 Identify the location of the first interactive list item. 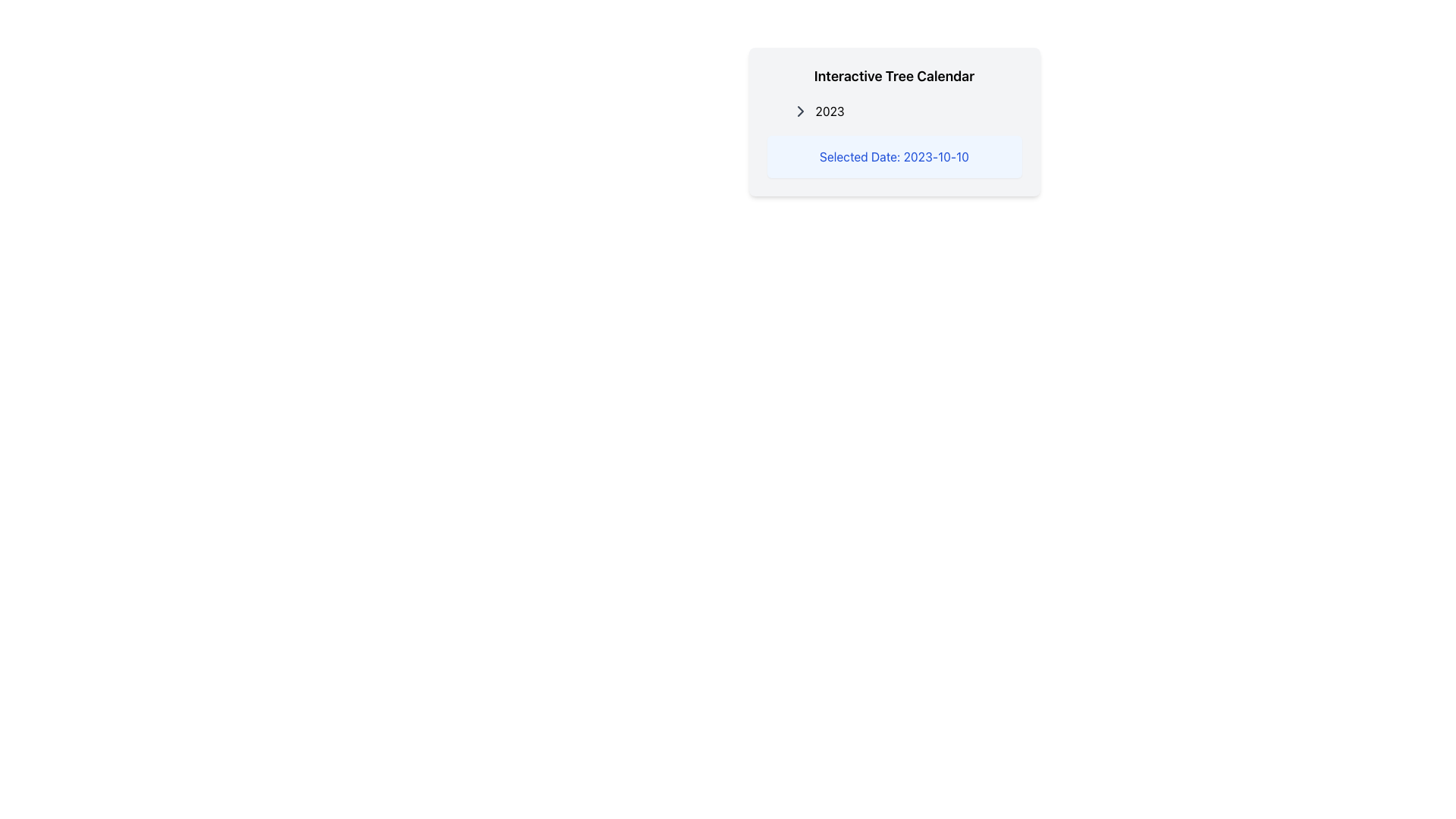
(900, 110).